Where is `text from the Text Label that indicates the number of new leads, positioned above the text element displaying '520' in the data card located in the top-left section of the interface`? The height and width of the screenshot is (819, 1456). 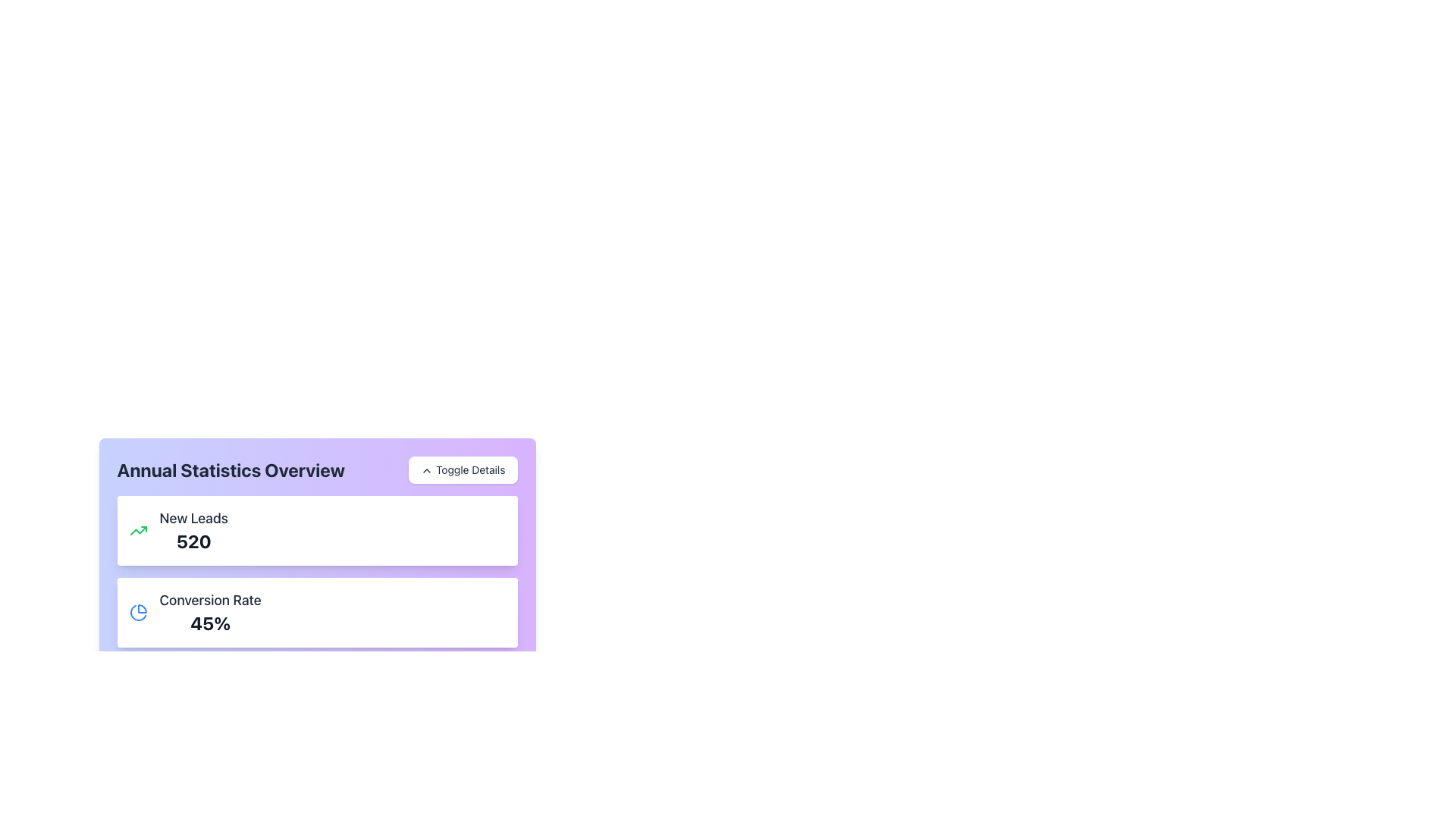
text from the Text Label that indicates the number of new leads, positioned above the text element displaying '520' in the data card located in the top-left section of the interface is located at coordinates (193, 517).